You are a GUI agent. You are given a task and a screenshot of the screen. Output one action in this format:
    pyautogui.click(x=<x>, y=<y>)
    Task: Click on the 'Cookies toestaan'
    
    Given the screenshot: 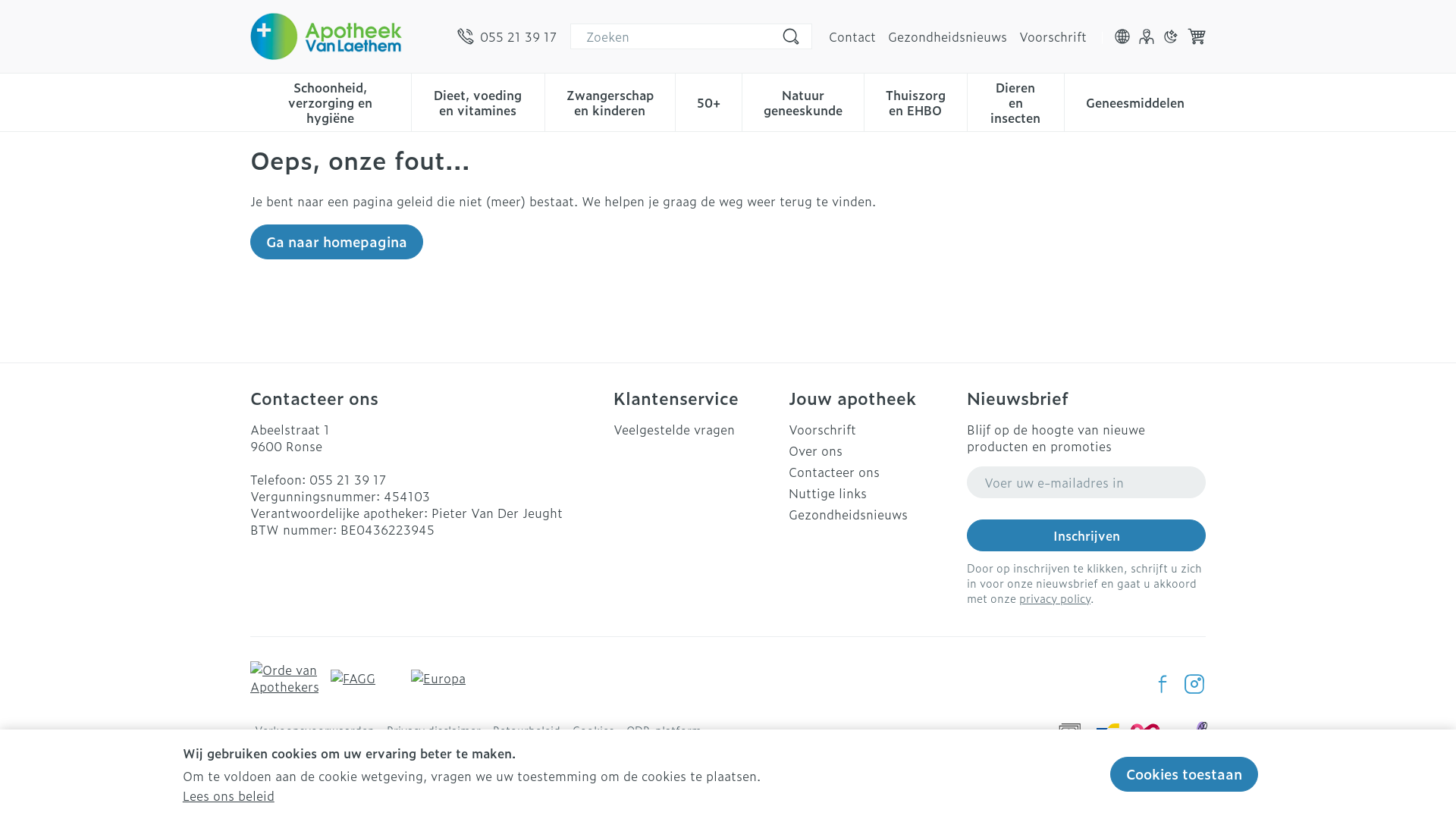 What is the action you would take?
    pyautogui.click(x=1183, y=774)
    